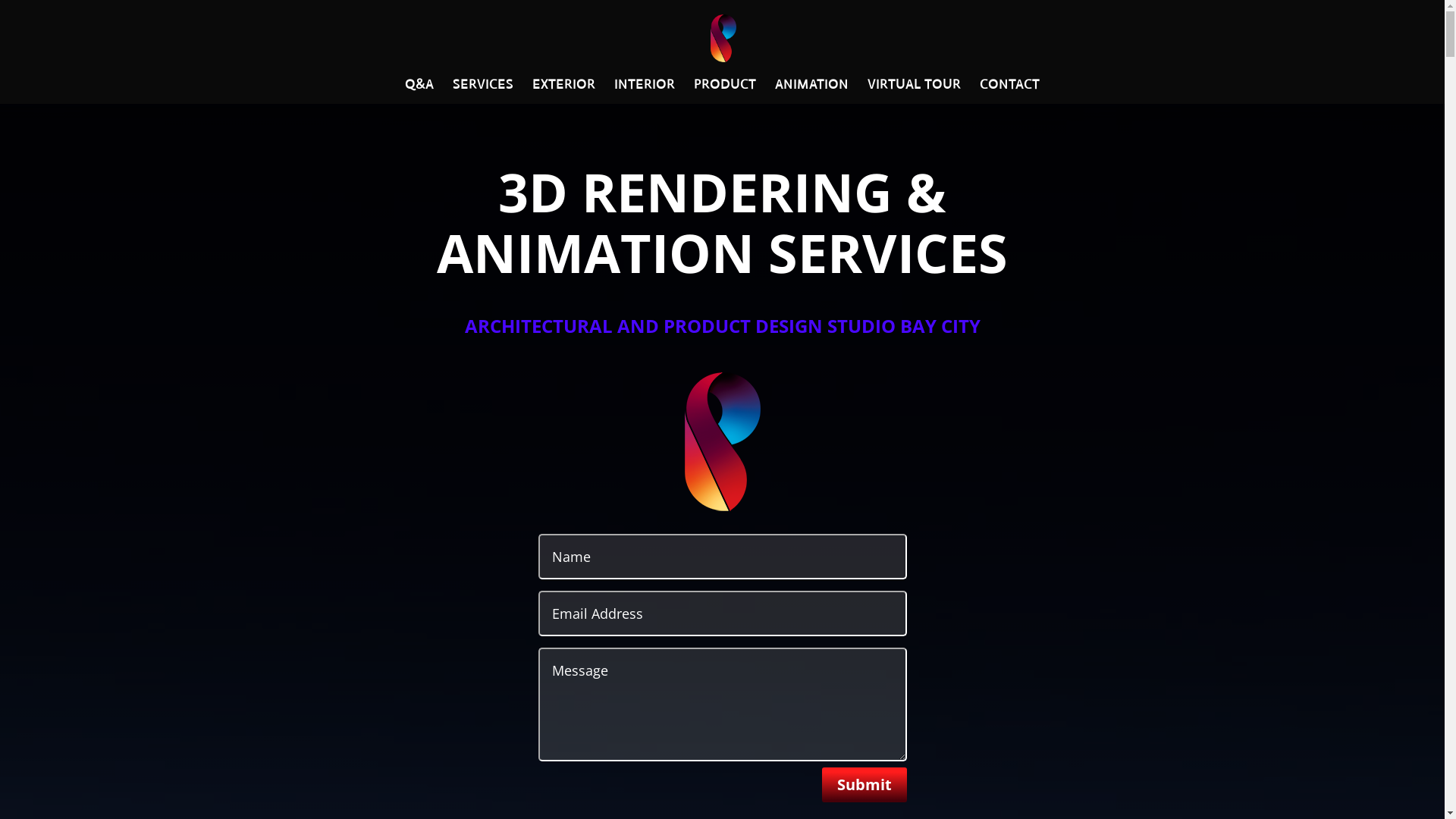 Image resolution: width=1456 pixels, height=819 pixels. What do you see at coordinates (811, 91) in the screenshot?
I see `'ANIMATION'` at bounding box center [811, 91].